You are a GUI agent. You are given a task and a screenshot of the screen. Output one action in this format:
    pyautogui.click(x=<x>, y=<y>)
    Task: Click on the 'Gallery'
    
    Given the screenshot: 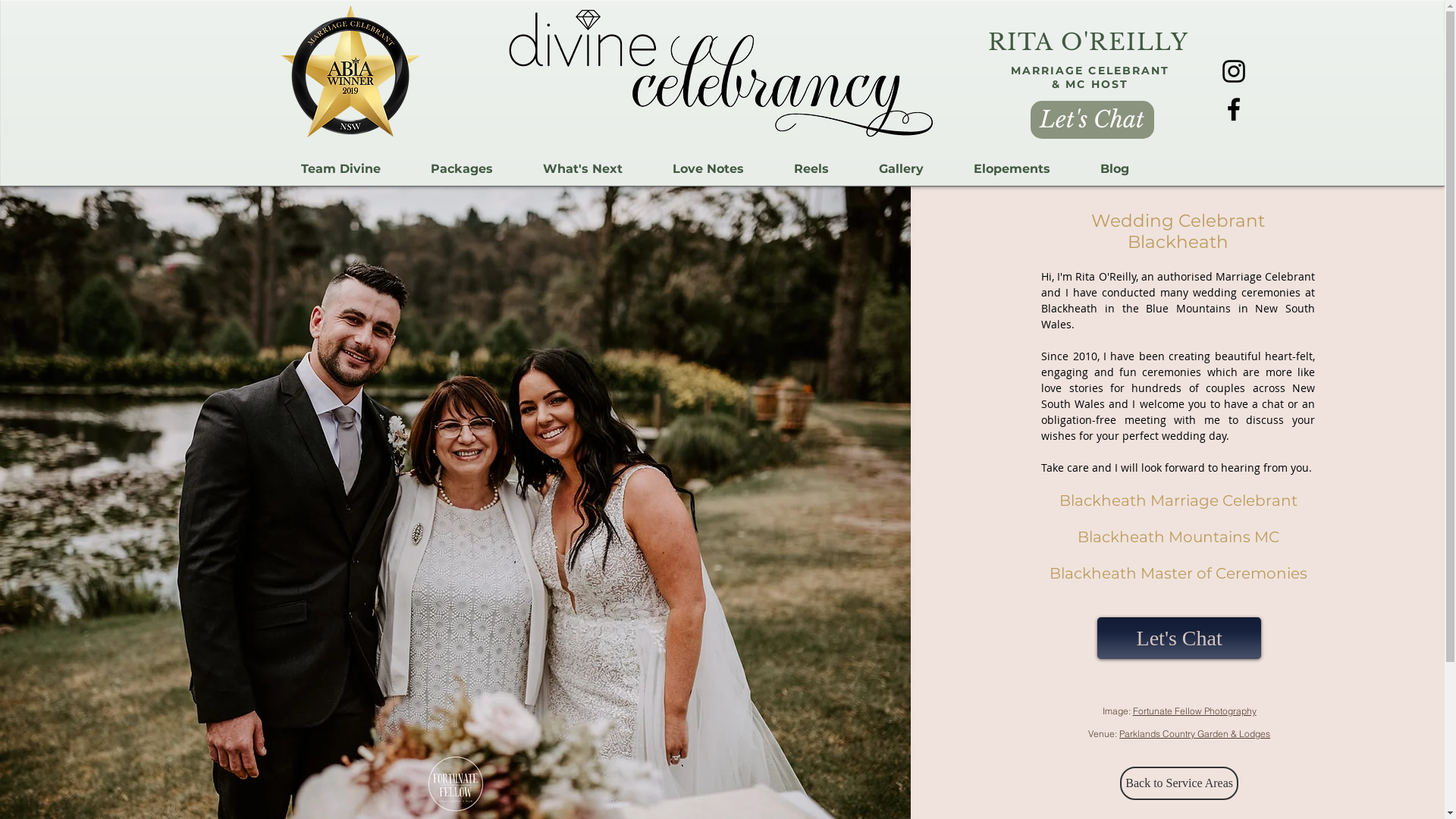 What is the action you would take?
    pyautogui.click(x=901, y=169)
    